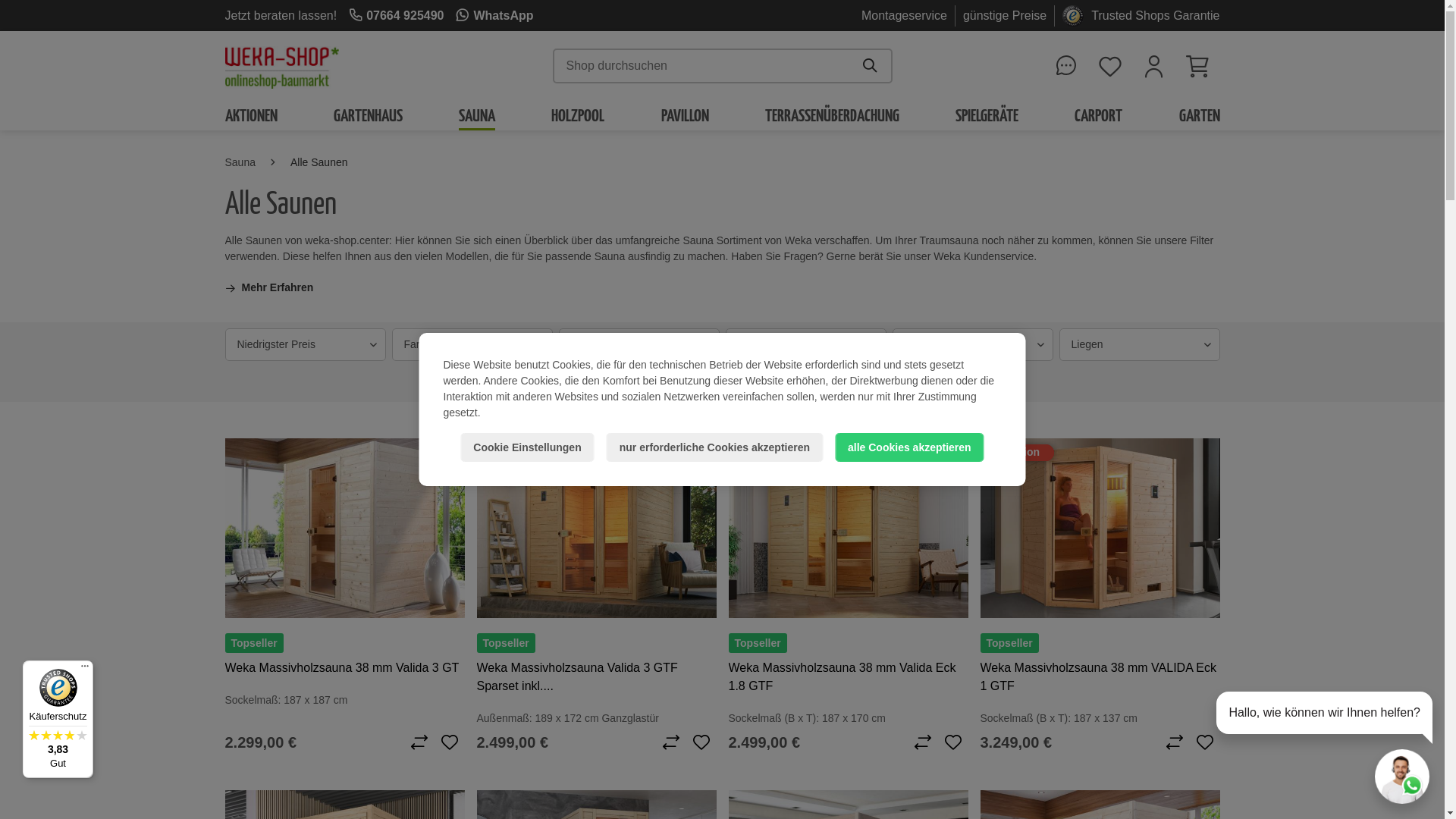  I want to click on 'Warenkorb', so click(1197, 65).